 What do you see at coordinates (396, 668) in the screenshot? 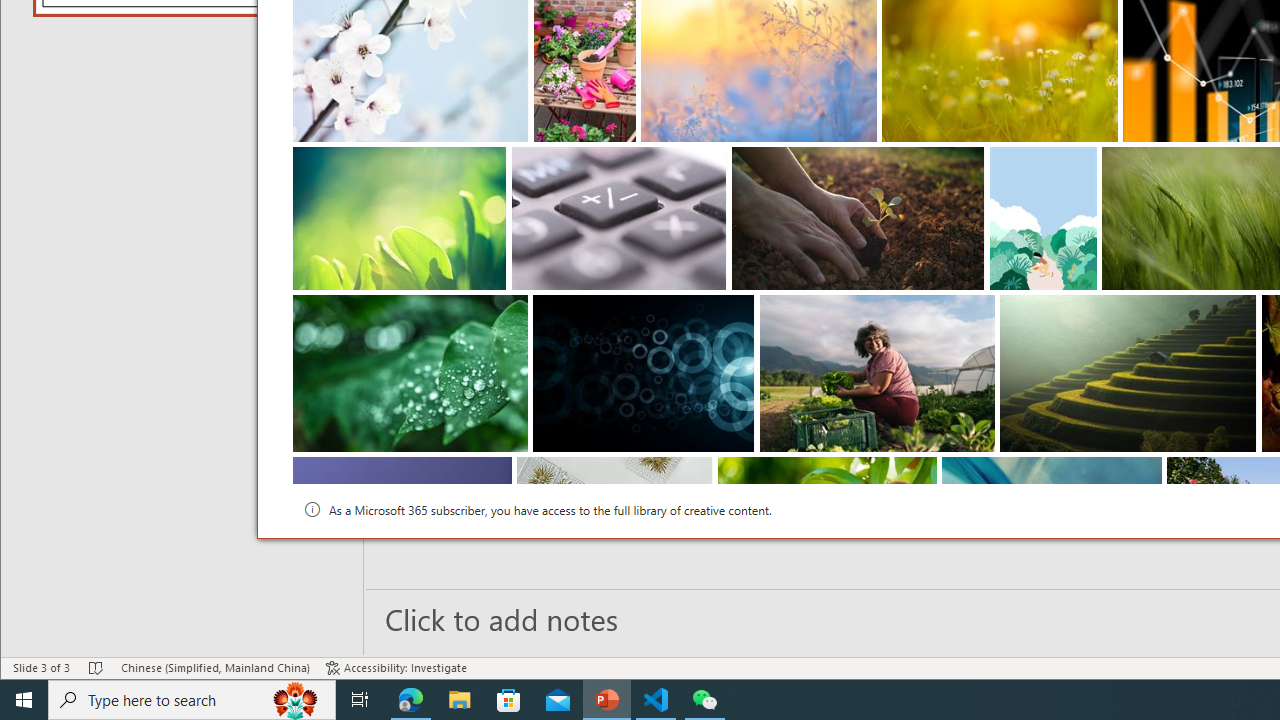
I see `'Accessibility Checker Accessibility: Investigate'` at bounding box center [396, 668].